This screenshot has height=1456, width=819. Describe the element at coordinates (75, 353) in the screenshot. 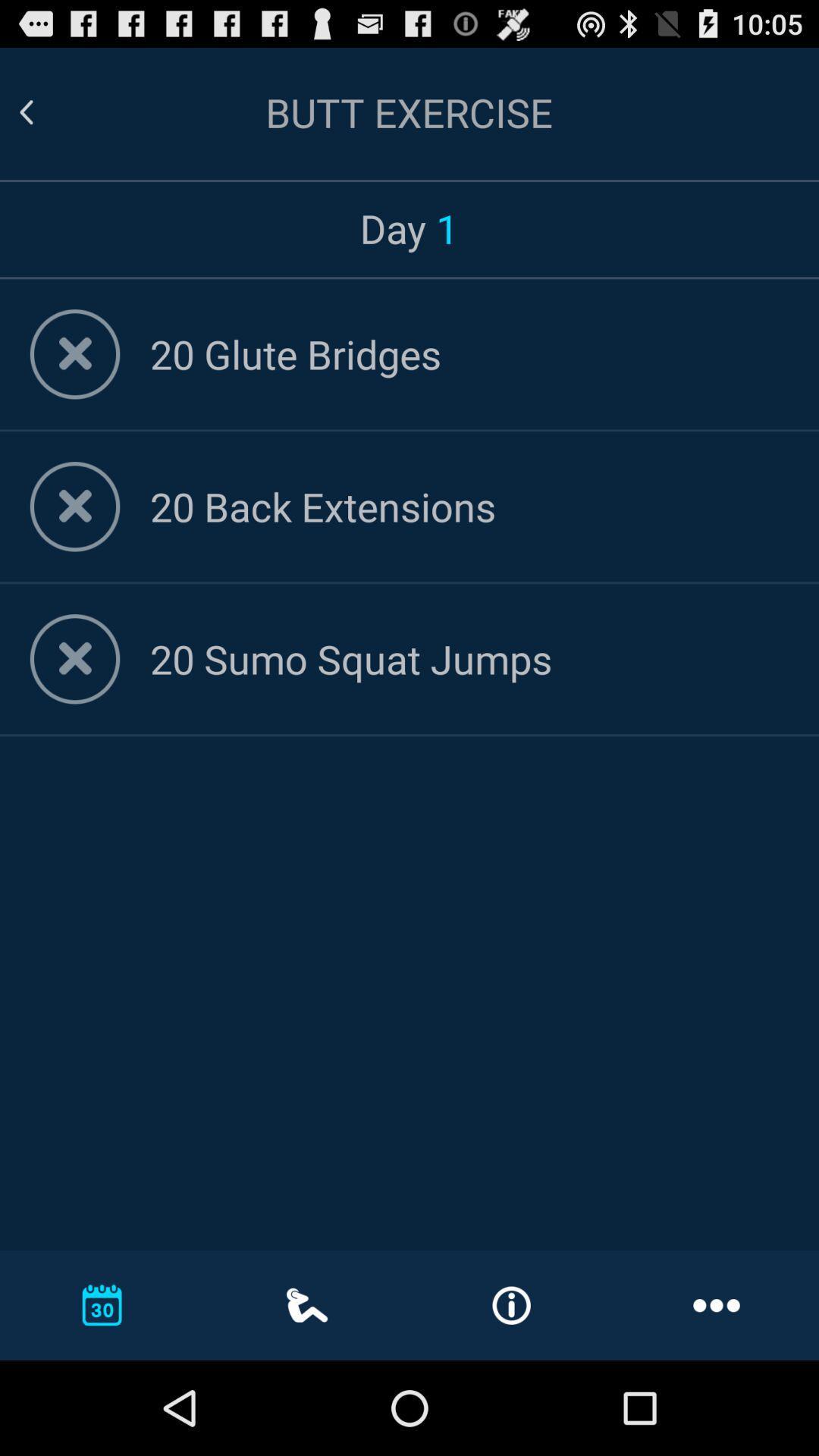

I see `delete listing` at that location.